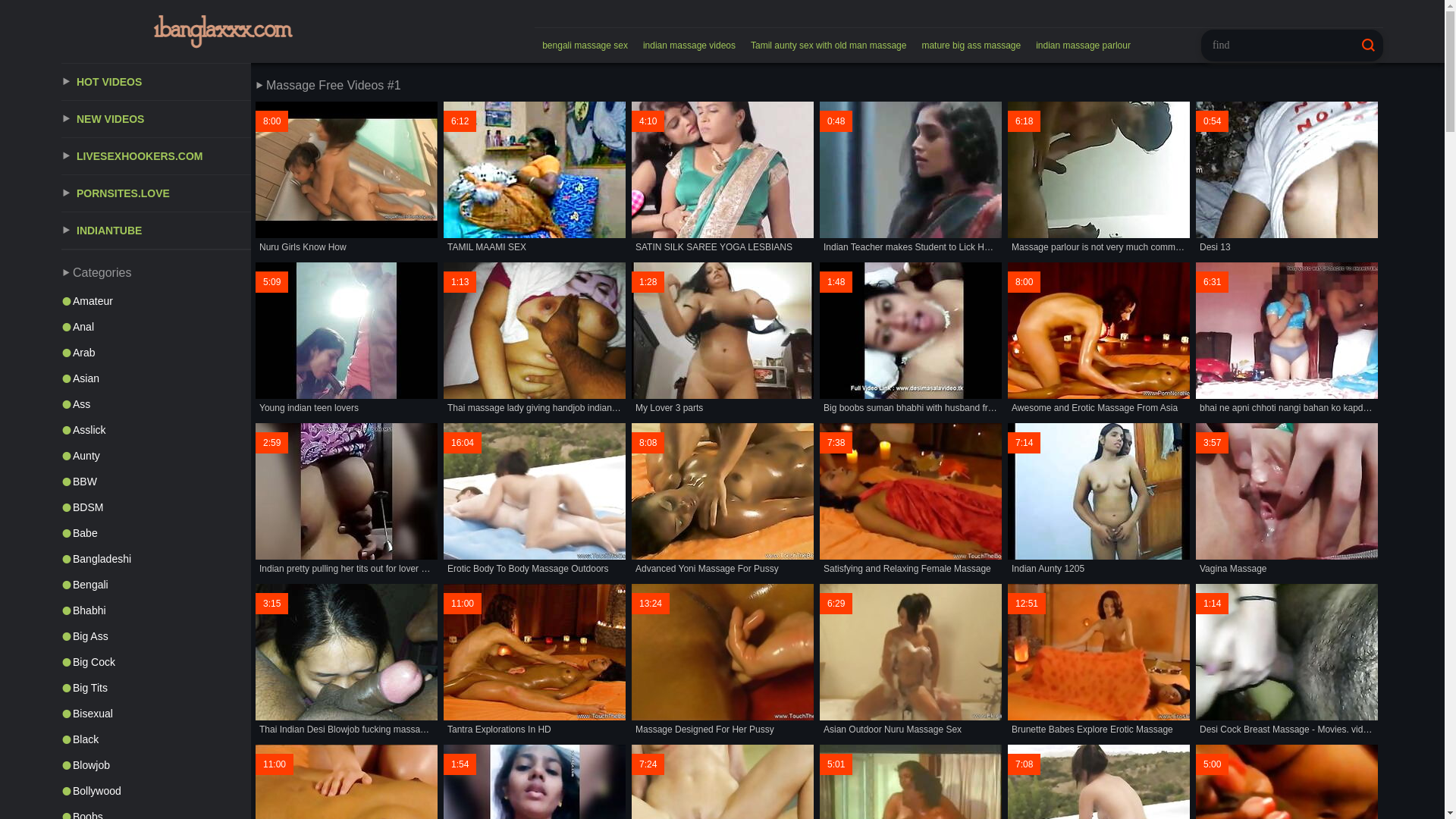 This screenshot has width=1456, height=819. Describe the element at coordinates (722, 177) in the screenshot. I see `'4:10` at that location.